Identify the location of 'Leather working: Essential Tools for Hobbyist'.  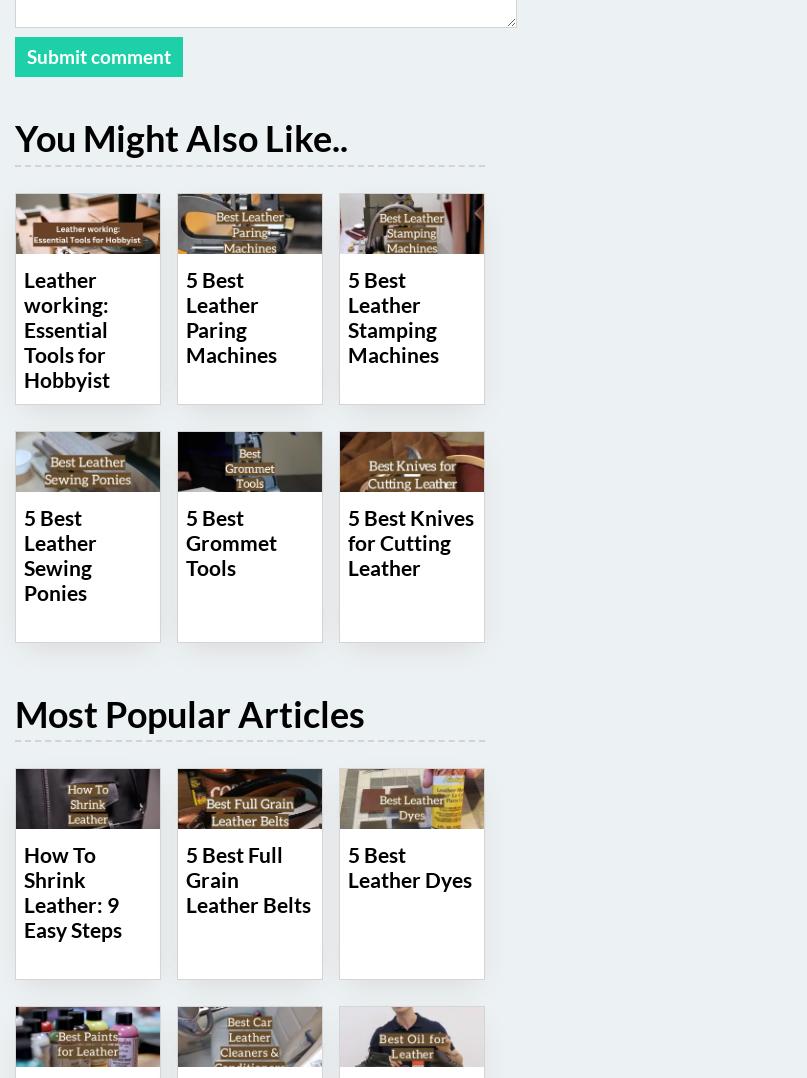
(66, 328).